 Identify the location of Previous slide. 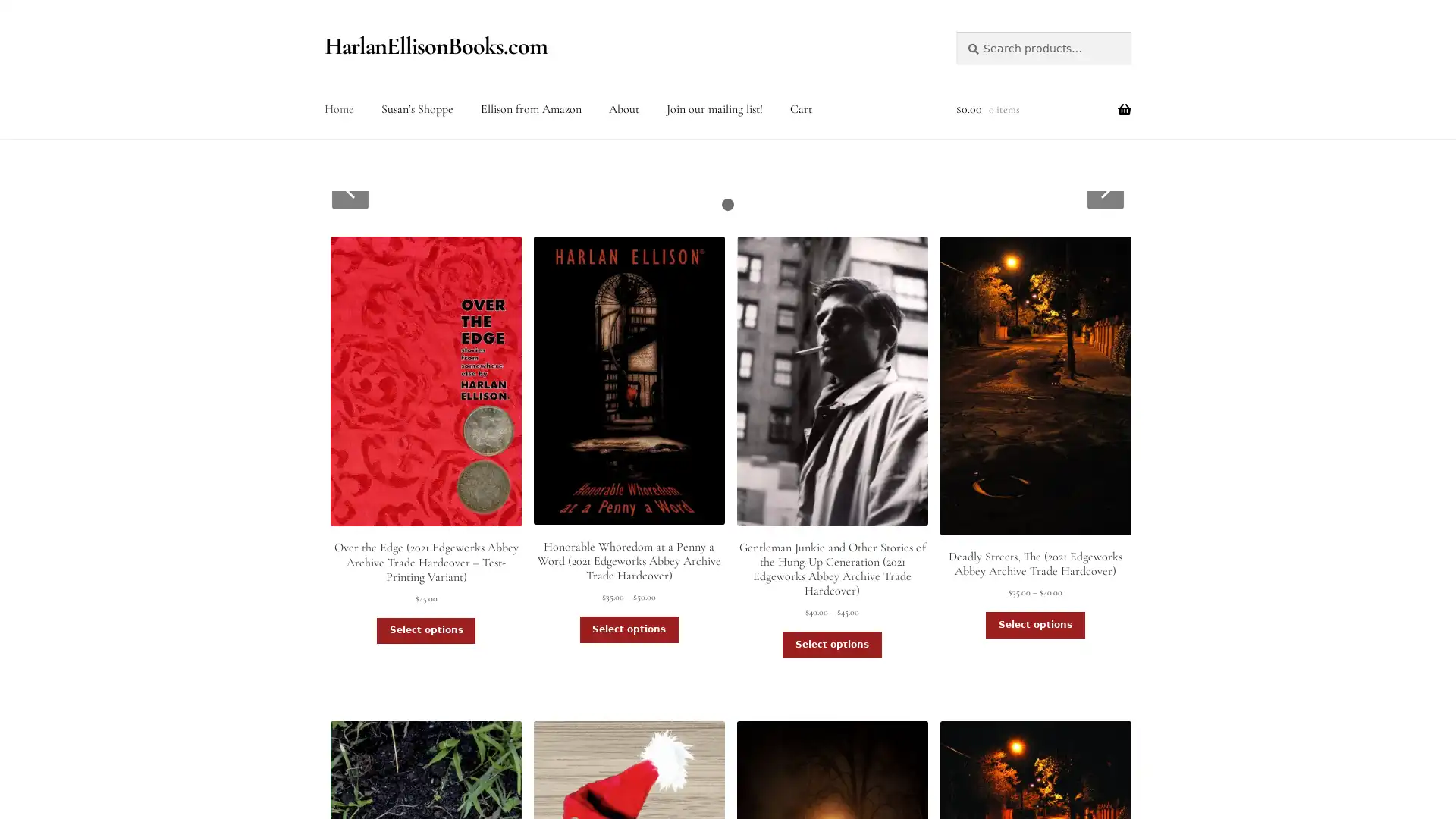
(349, 190).